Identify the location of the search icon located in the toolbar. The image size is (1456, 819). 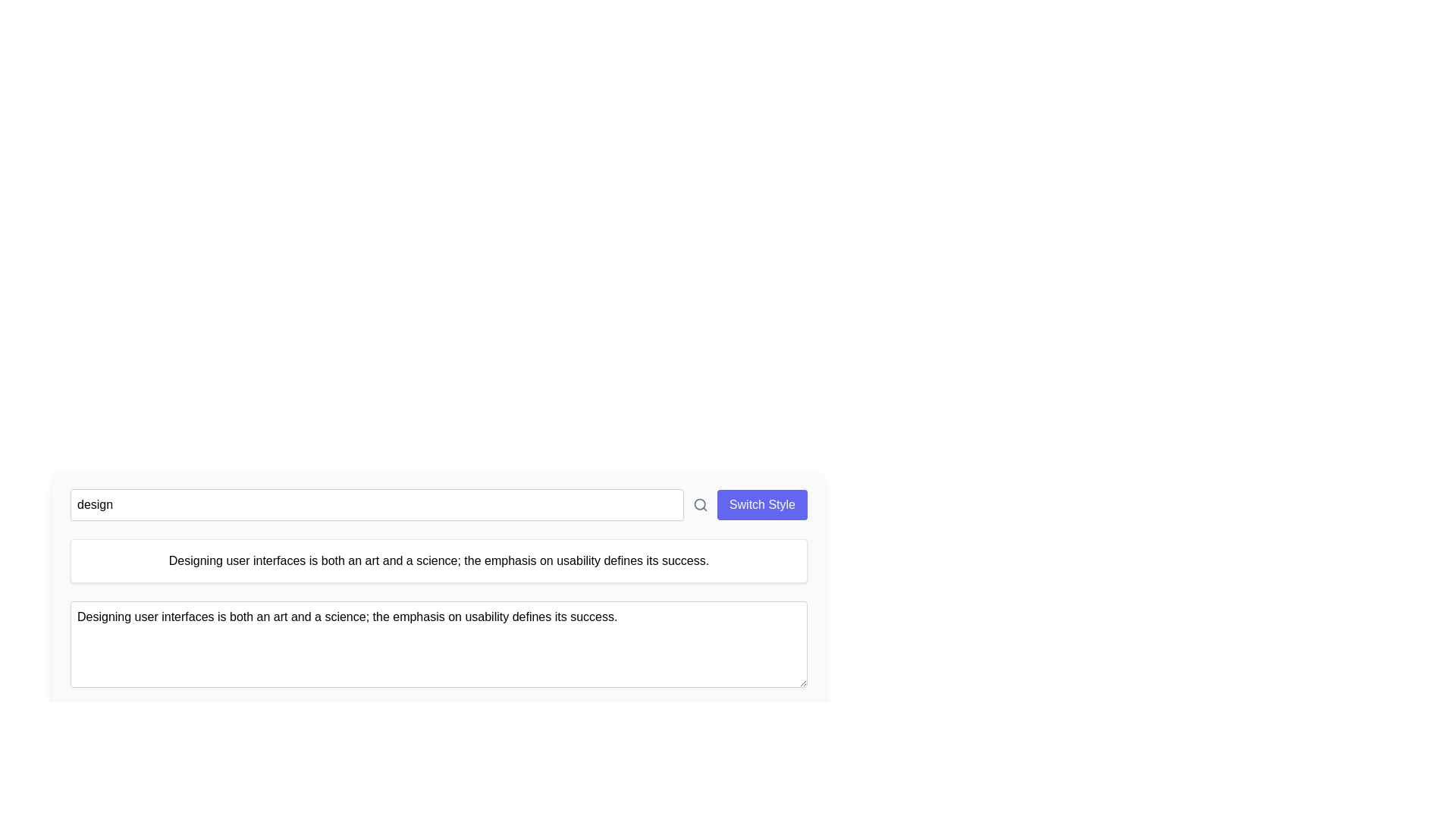
(699, 505).